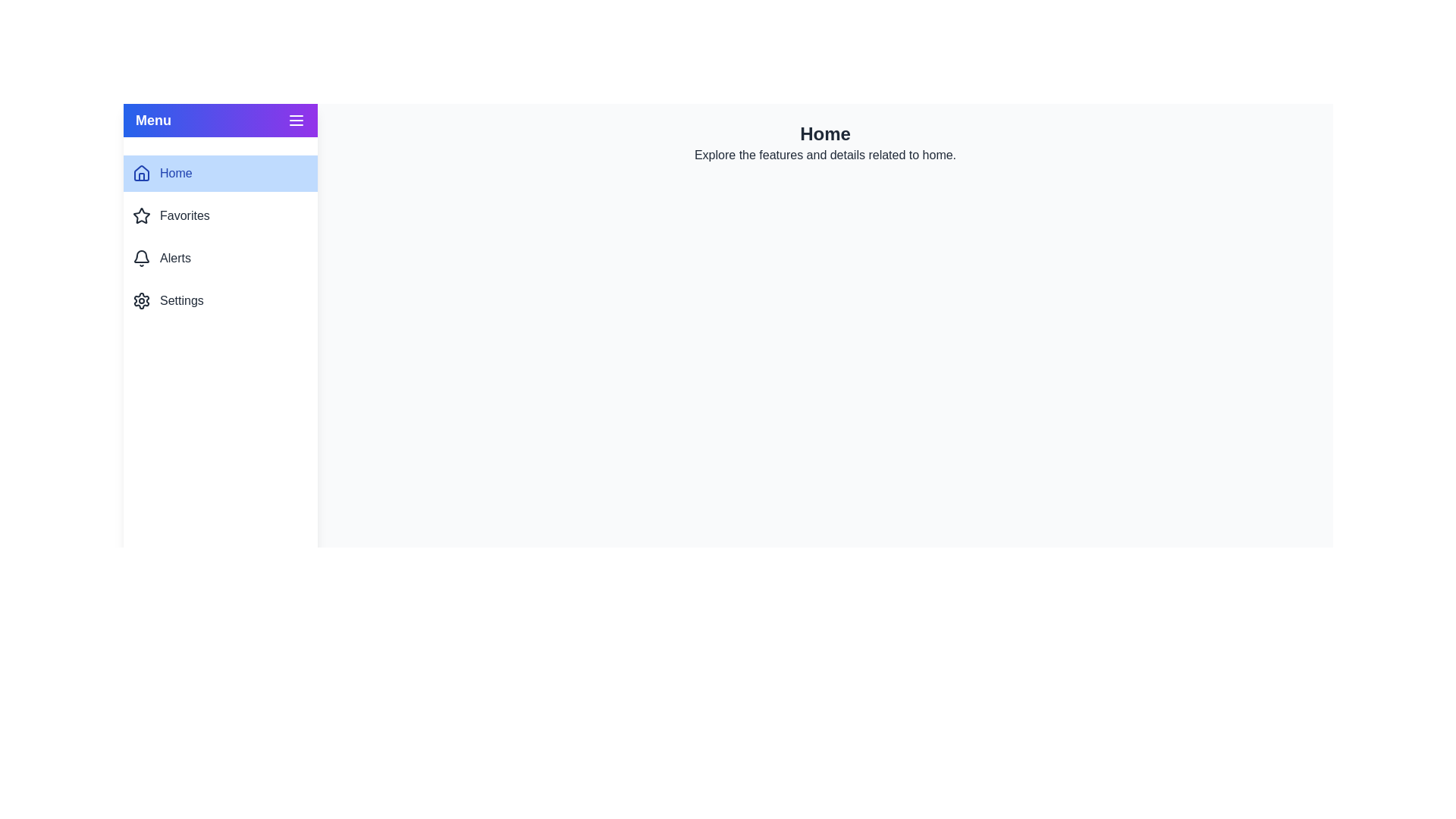 This screenshot has width=1456, height=819. Describe the element at coordinates (220, 216) in the screenshot. I see `the 'Favorites' menu item located in the vertical menu list on the left sidebar, positioned below 'Home' and above 'Alerts'` at that location.